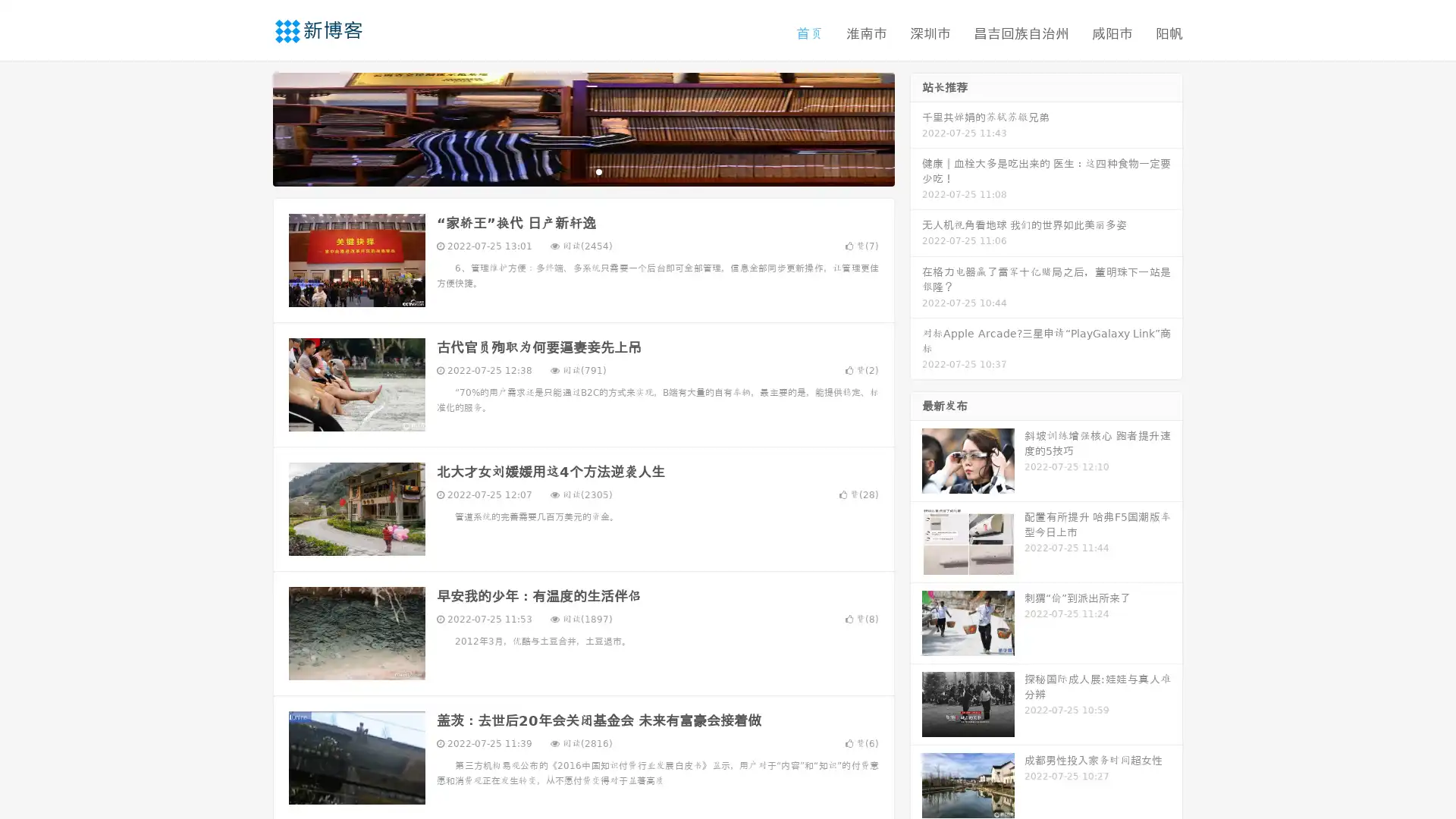 The image size is (1456, 819). What do you see at coordinates (916, 127) in the screenshot?
I see `Next slide` at bounding box center [916, 127].